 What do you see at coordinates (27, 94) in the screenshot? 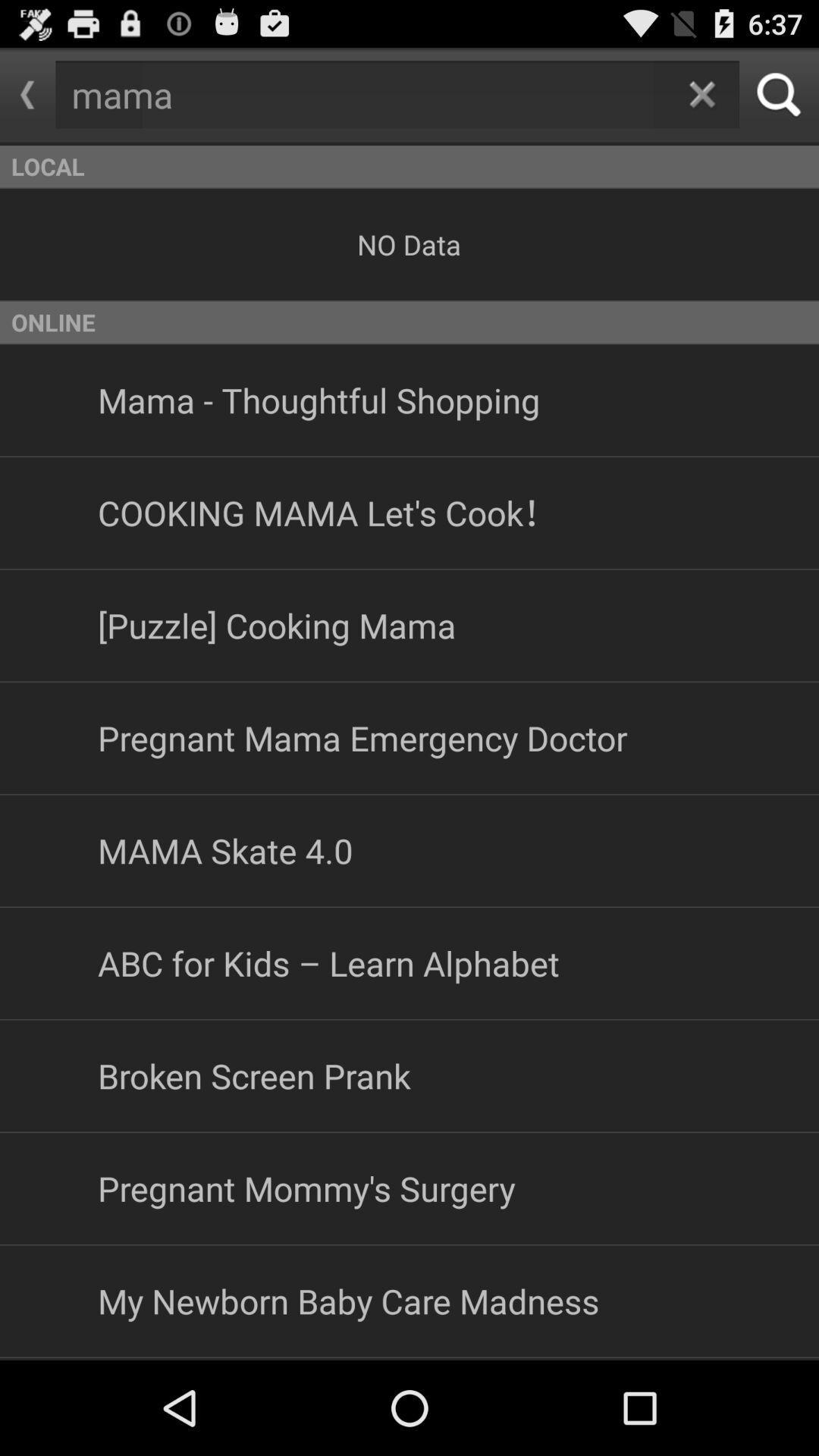
I see `icon next to the mama icon` at bounding box center [27, 94].